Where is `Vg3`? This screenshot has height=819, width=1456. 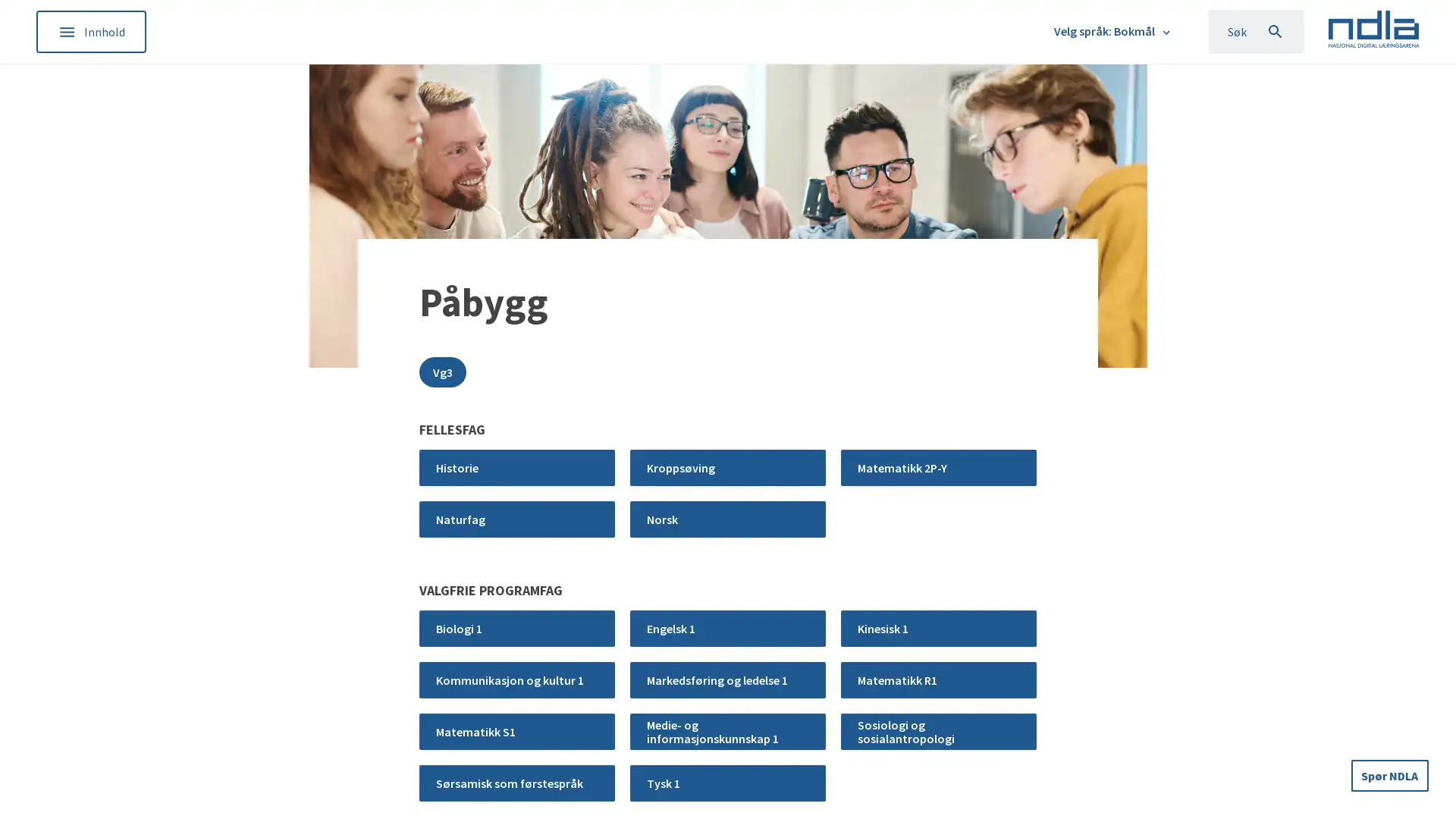
Vg3 is located at coordinates (442, 372).